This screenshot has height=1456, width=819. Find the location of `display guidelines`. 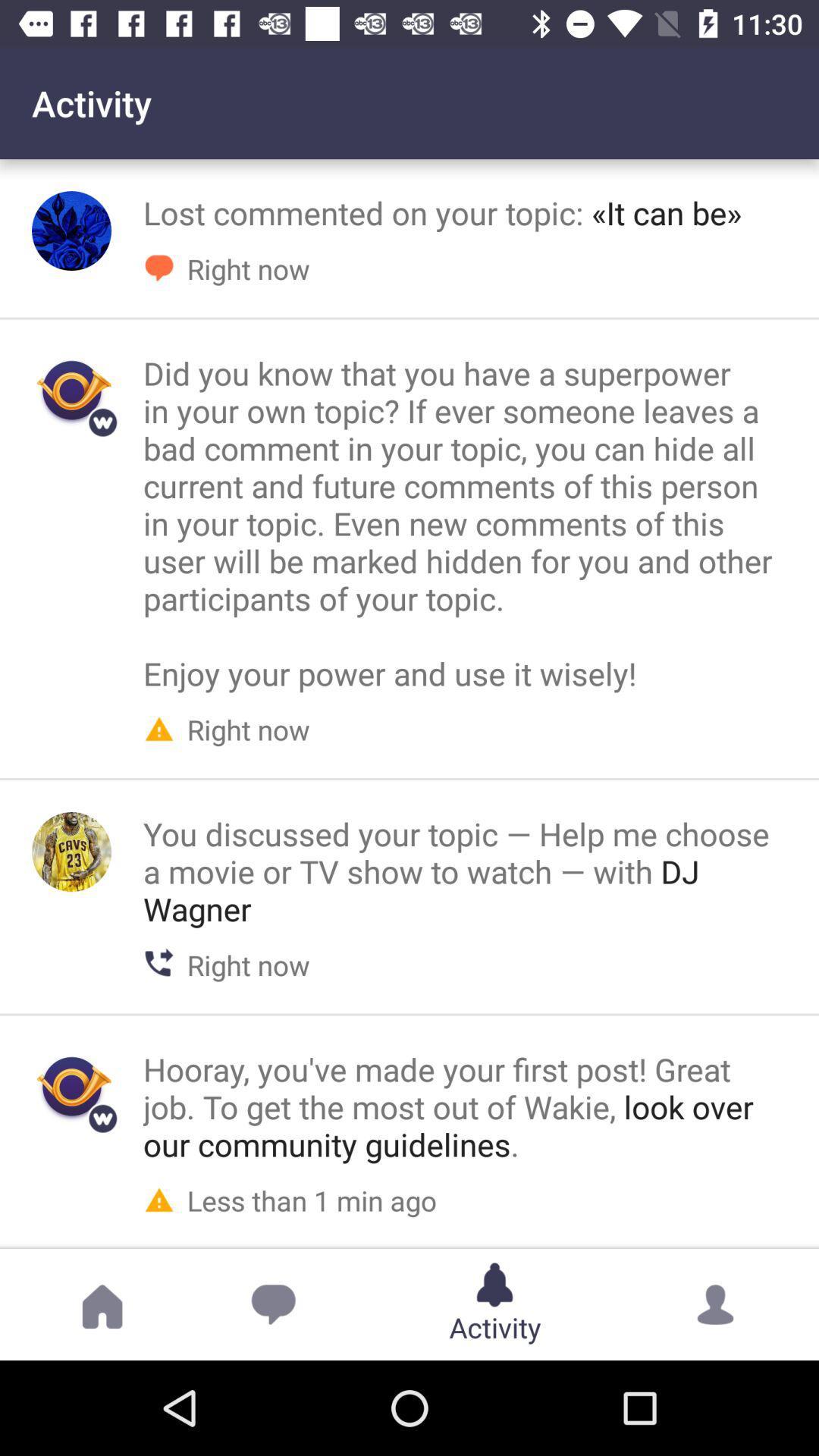

display guidelines is located at coordinates (71, 1087).